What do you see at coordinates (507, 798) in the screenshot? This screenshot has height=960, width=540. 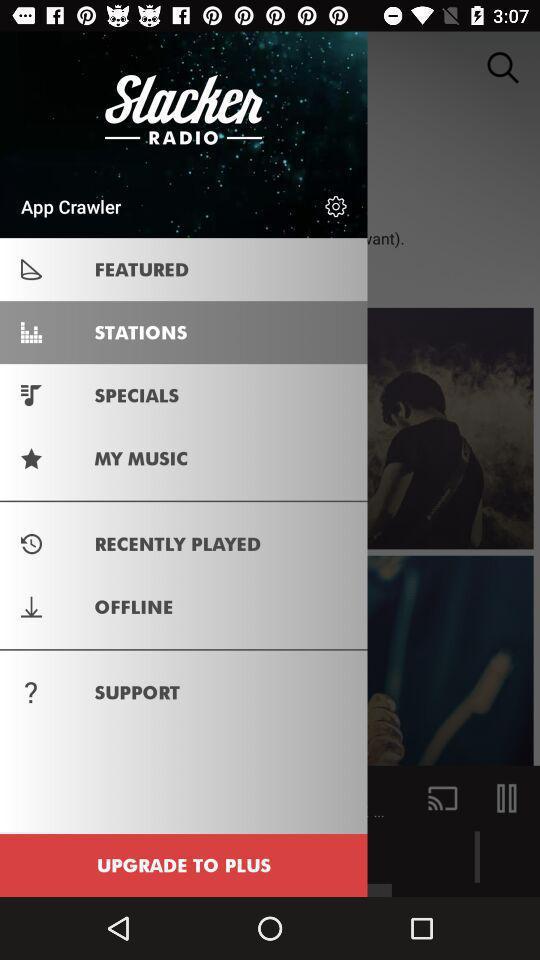 I see `the pause icon` at bounding box center [507, 798].